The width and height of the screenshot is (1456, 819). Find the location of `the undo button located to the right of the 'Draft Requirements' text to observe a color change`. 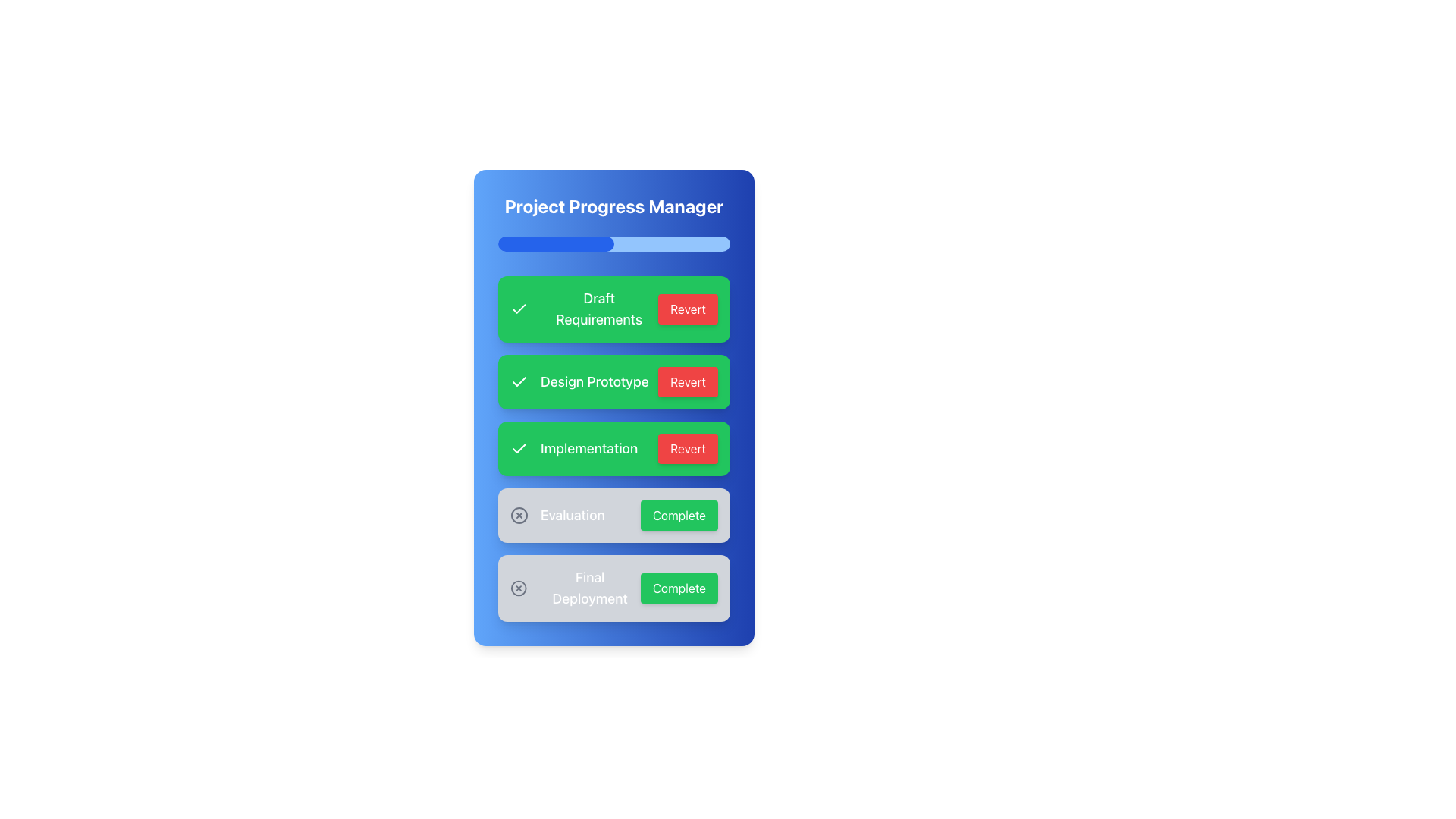

the undo button located to the right of the 'Draft Requirements' text to observe a color change is located at coordinates (687, 309).